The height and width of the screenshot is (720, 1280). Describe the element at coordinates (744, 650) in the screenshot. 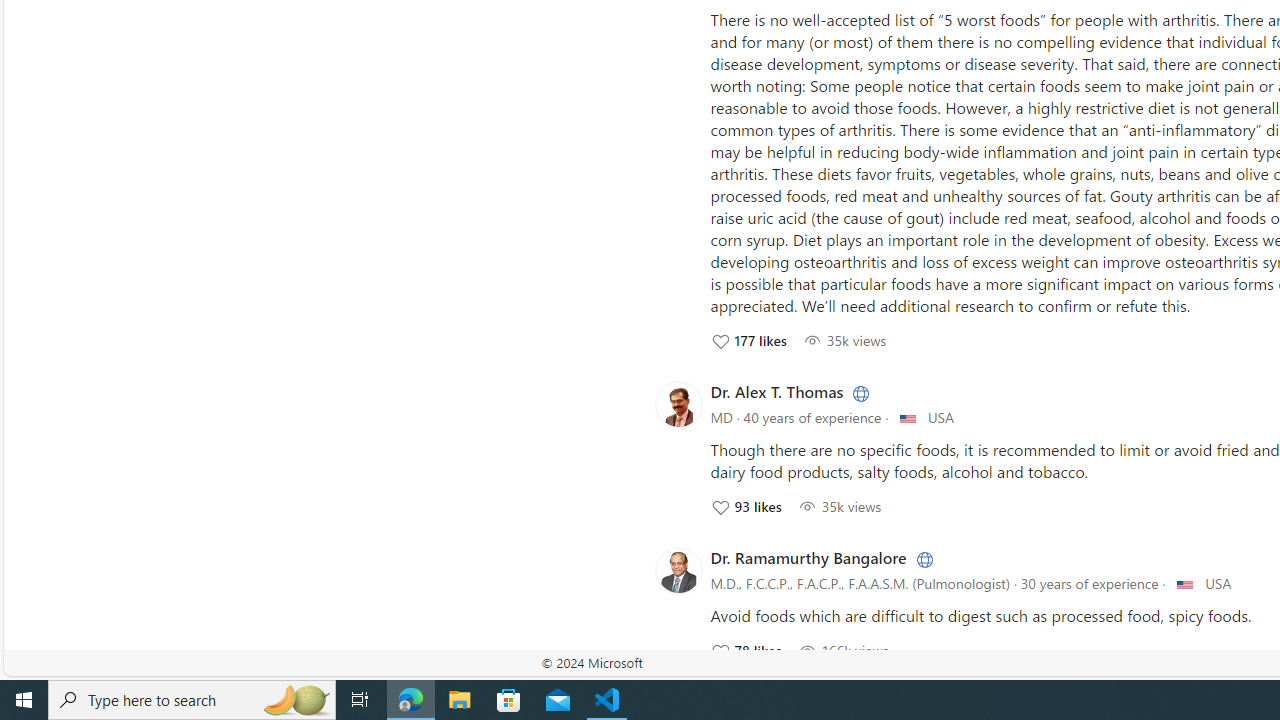

I see `'78 Like; Click to Like'` at that location.